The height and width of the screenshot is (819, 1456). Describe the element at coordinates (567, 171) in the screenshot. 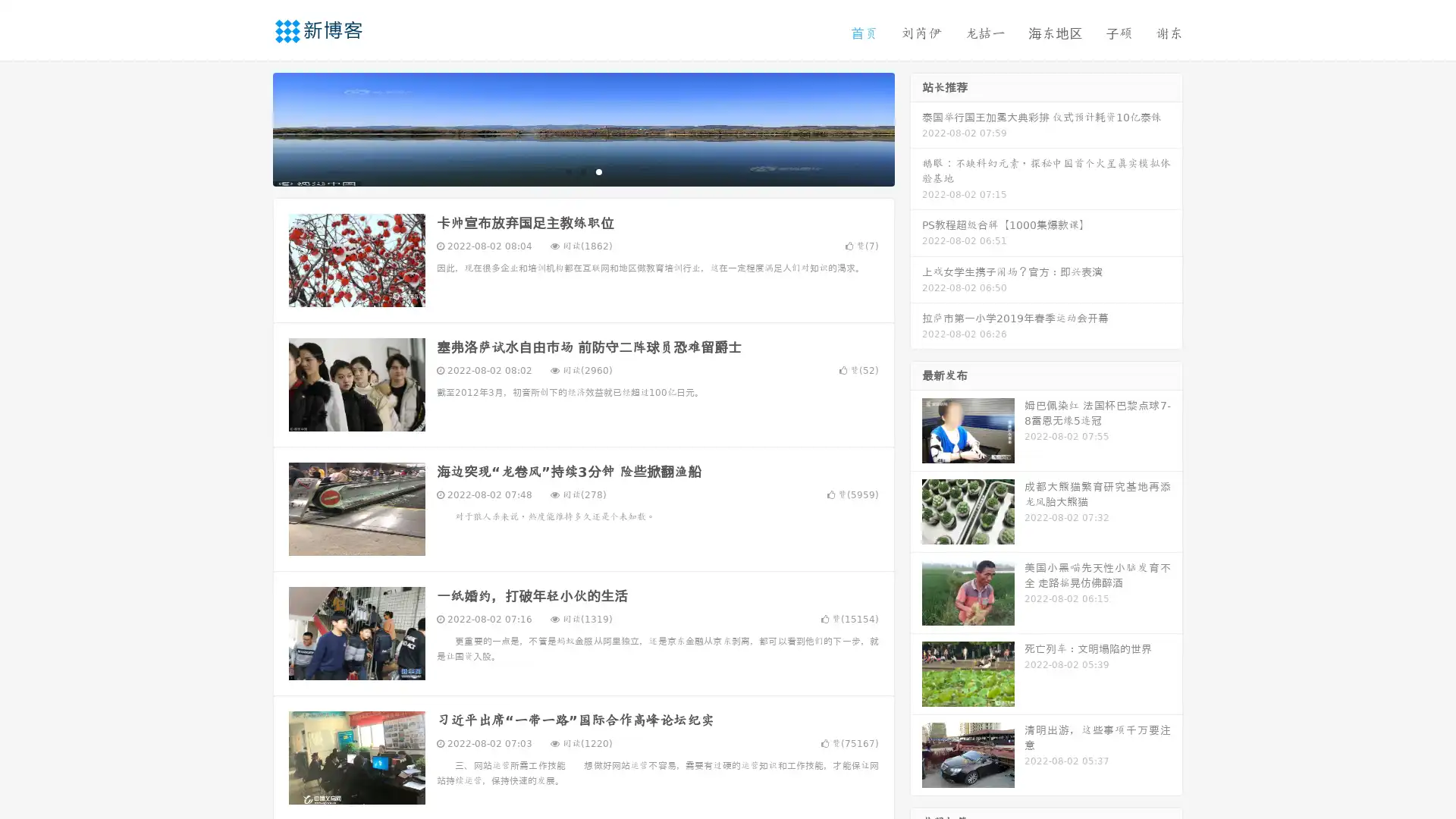

I see `Go to slide 1` at that location.